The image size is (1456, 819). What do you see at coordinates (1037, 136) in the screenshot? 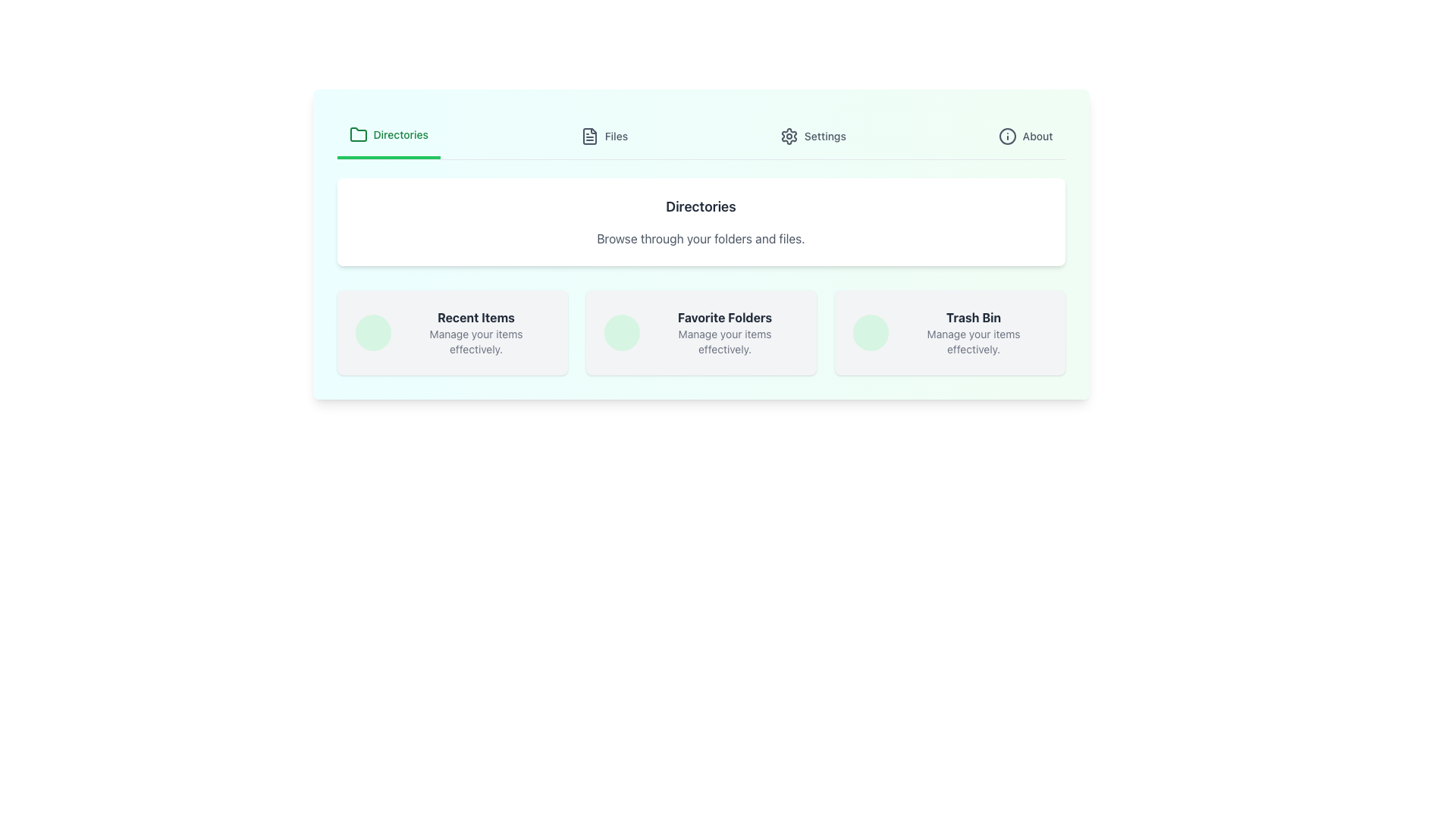
I see `the static text element indicating the 'About' section located in the top-right corner of the interface, adjacent to the 'Settings' option` at bounding box center [1037, 136].